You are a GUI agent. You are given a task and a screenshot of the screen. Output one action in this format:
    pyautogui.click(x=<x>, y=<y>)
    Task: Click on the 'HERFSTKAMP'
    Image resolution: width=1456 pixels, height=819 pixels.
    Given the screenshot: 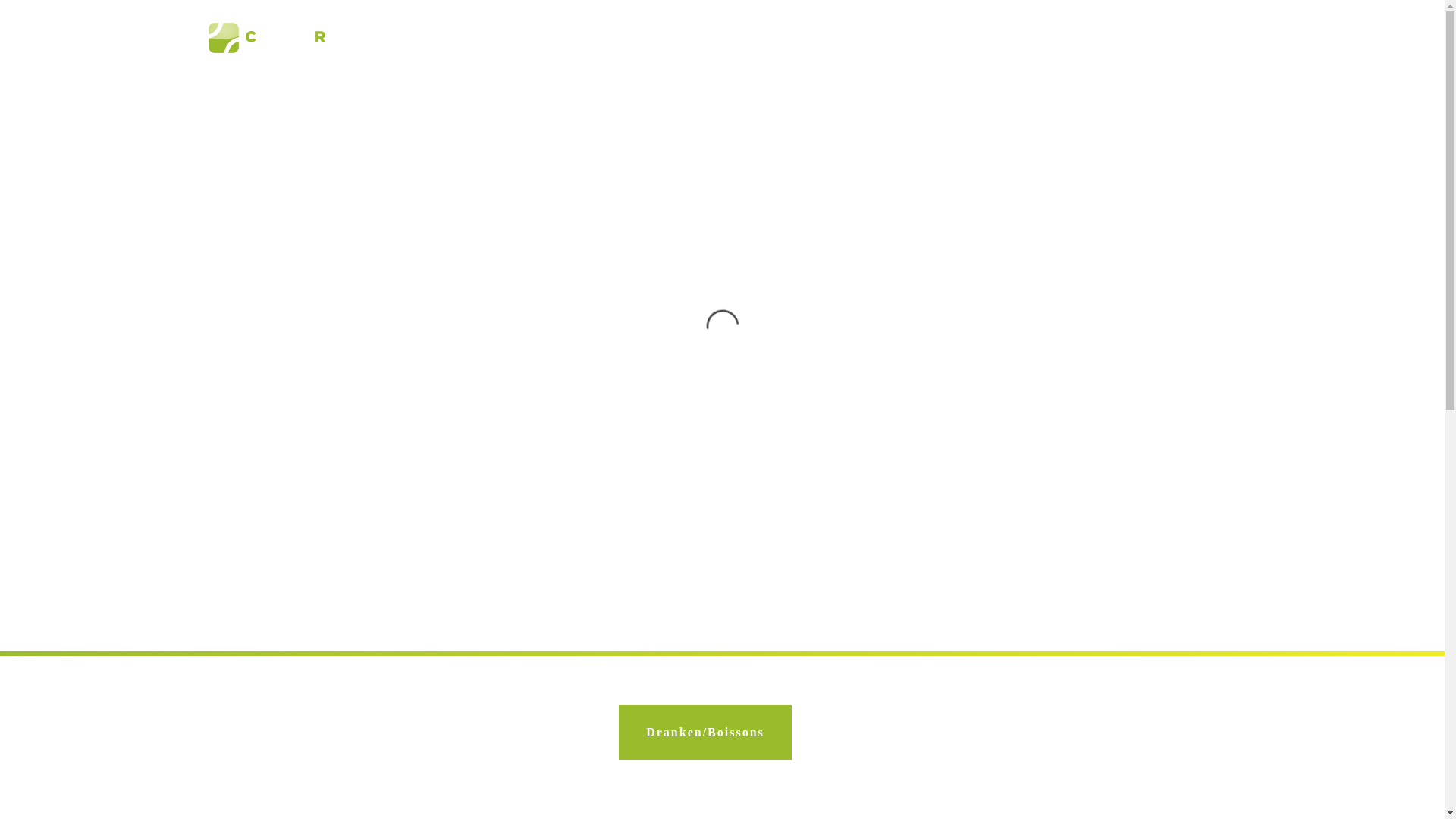 What is the action you would take?
    pyautogui.click(x=1002, y=37)
    